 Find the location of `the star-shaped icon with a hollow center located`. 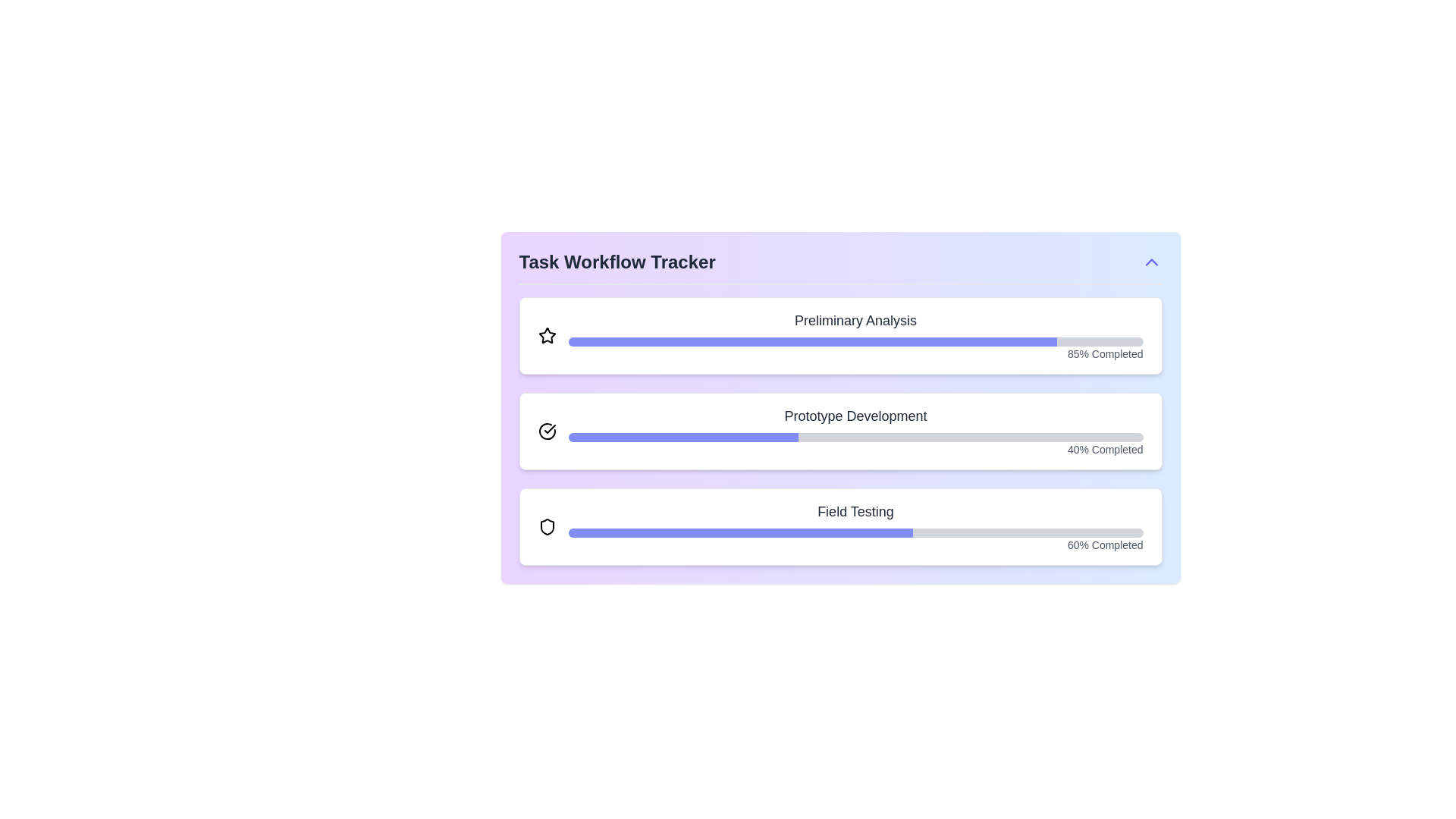

the star-shaped icon with a hollow center located is located at coordinates (546, 334).